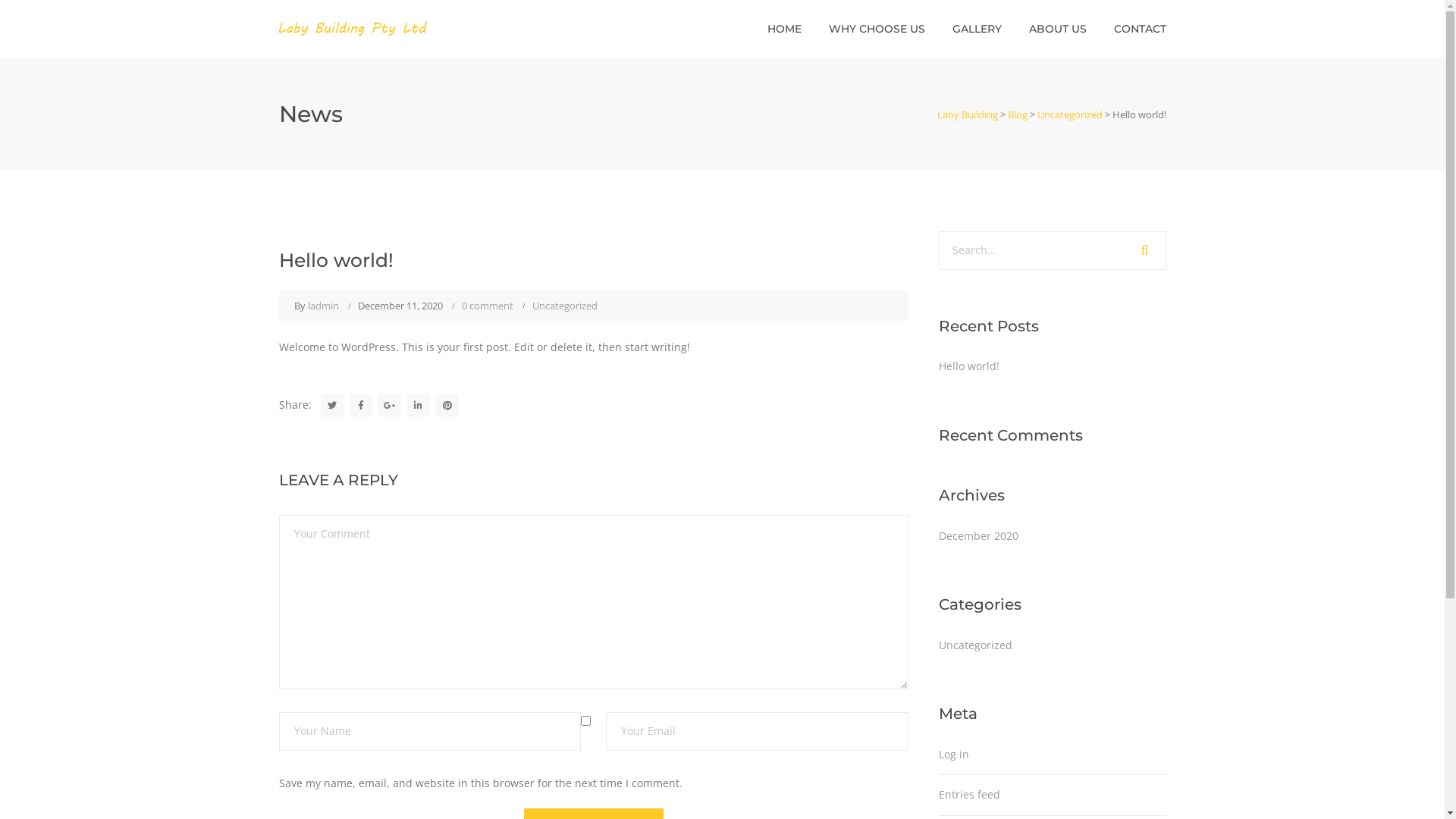  Describe the element at coordinates (322, 305) in the screenshot. I see `'ladmin'` at that location.